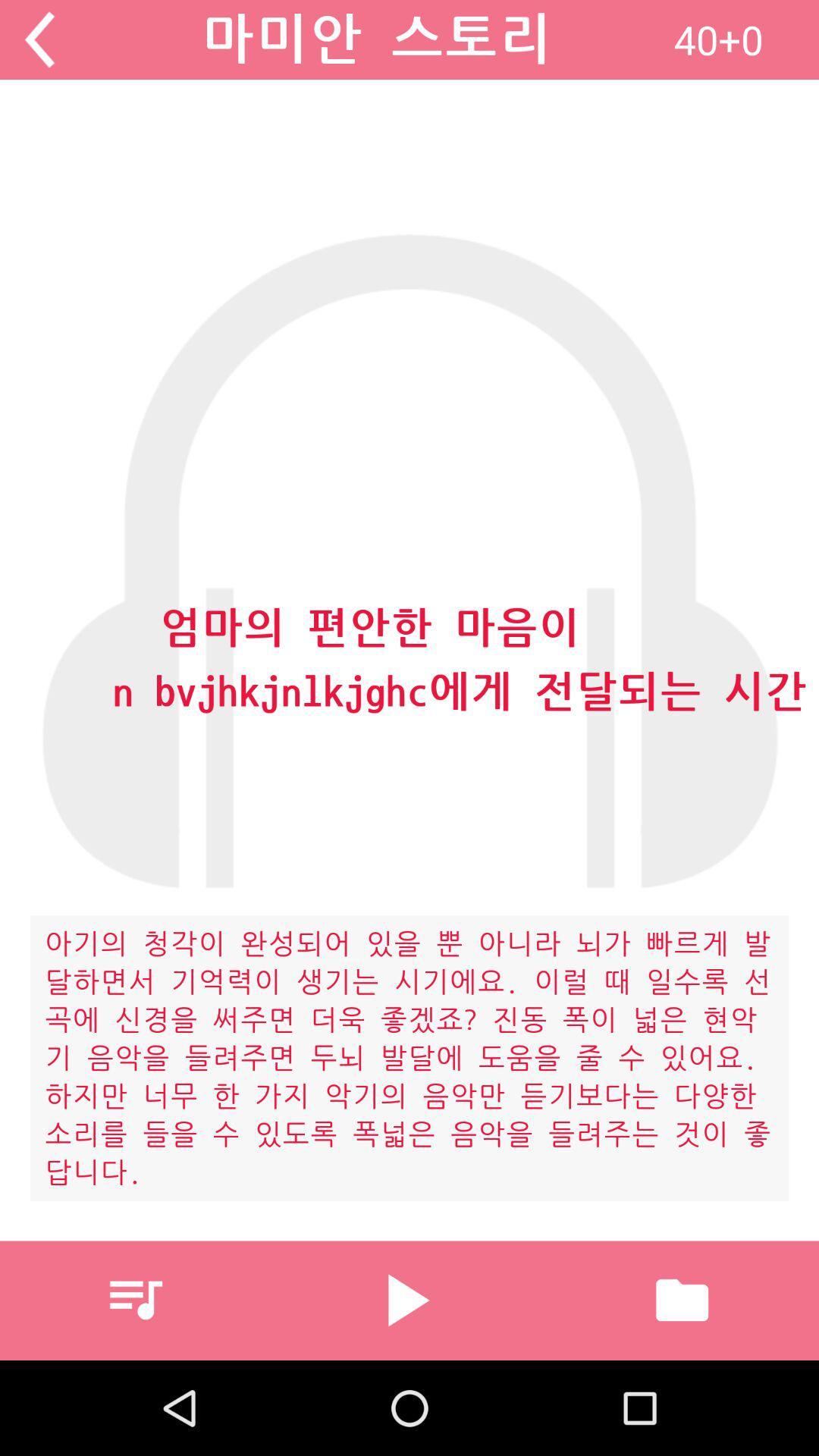  Describe the element at coordinates (681, 1392) in the screenshot. I see `the folder icon` at that location.